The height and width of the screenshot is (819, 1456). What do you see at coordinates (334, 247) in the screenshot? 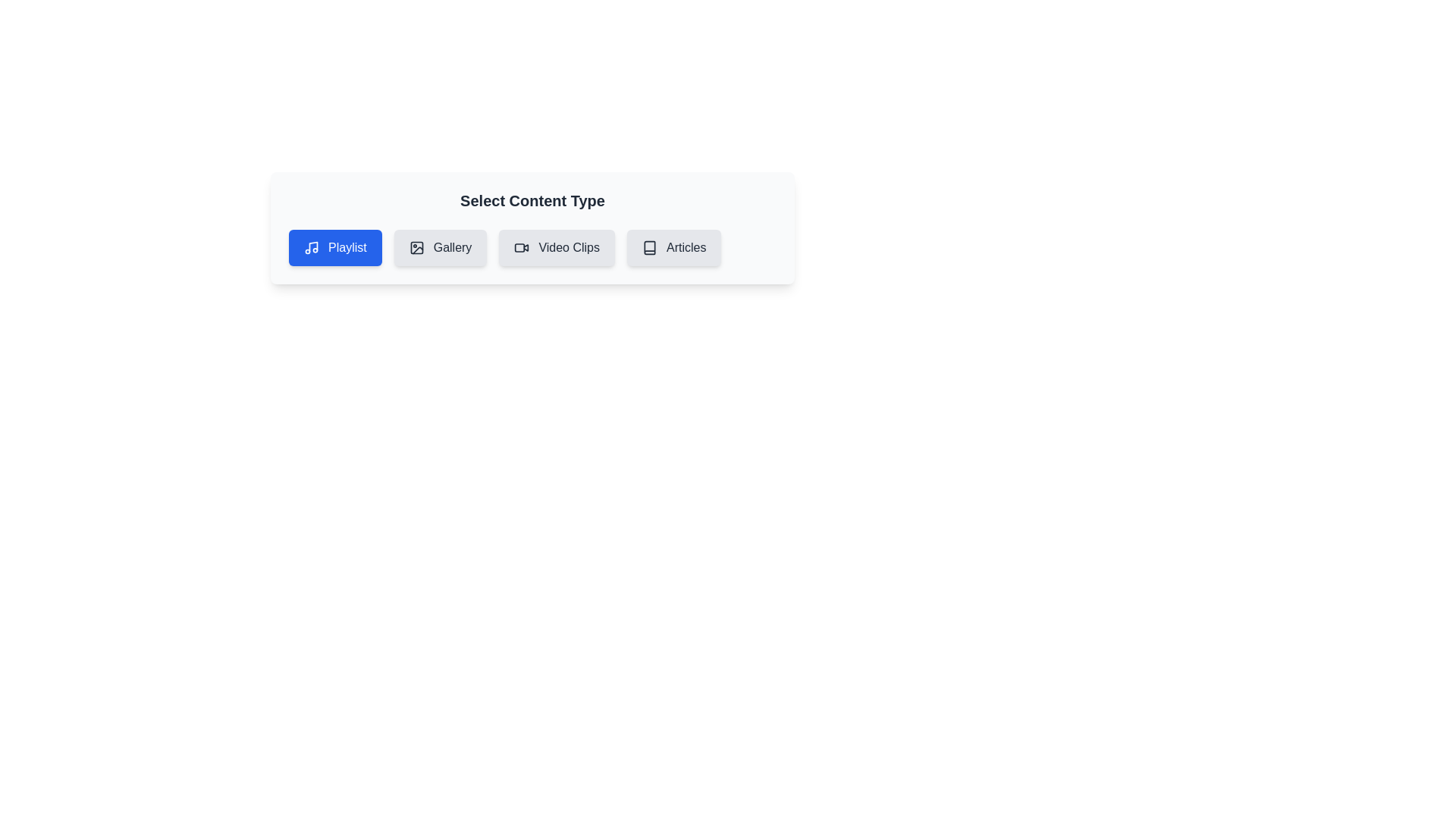
I see `the chip labeled 'Playlist' to observe its hover effect` at bounding box center [334, 247].